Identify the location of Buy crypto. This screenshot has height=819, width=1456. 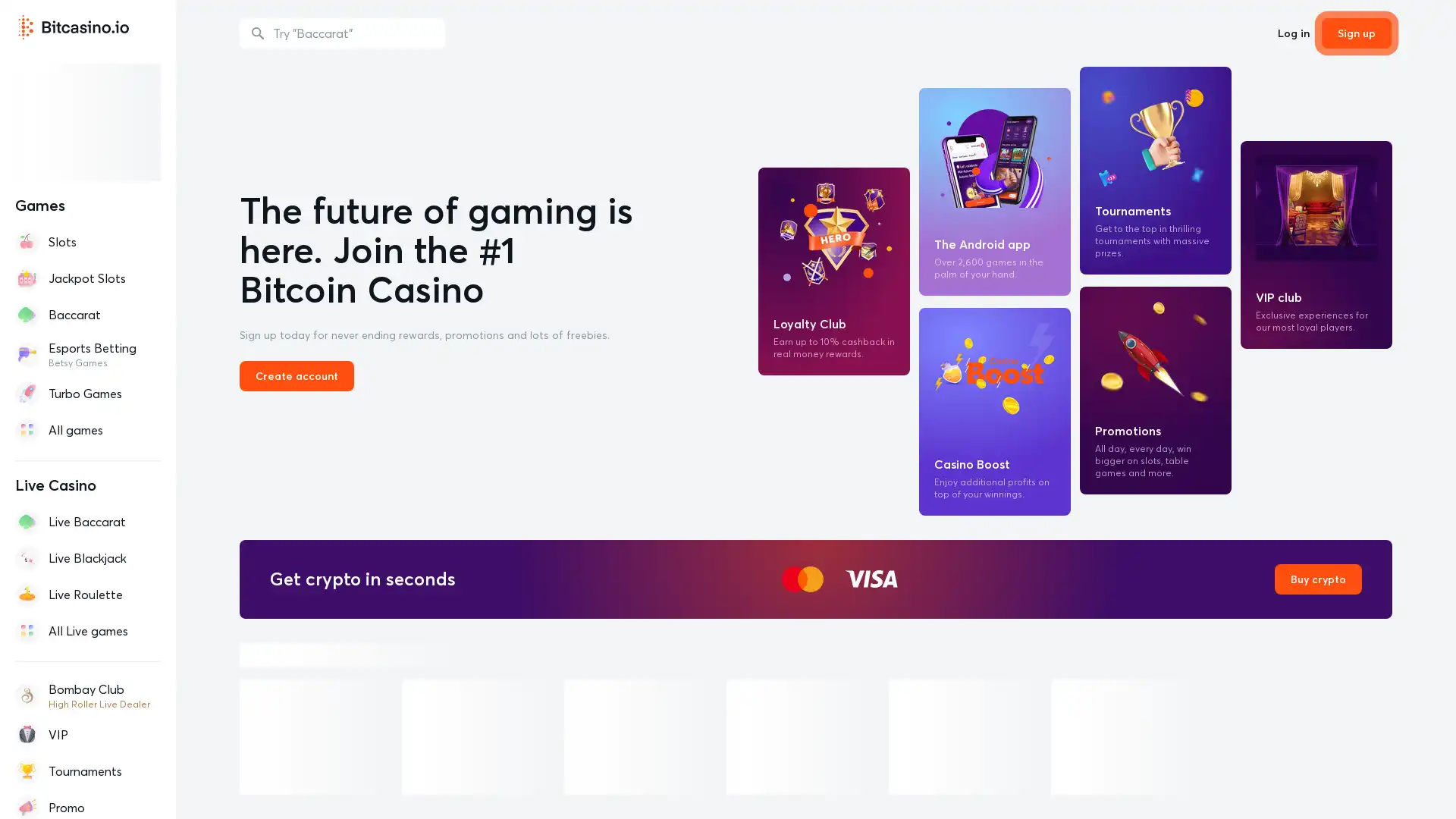
(1317, 579).